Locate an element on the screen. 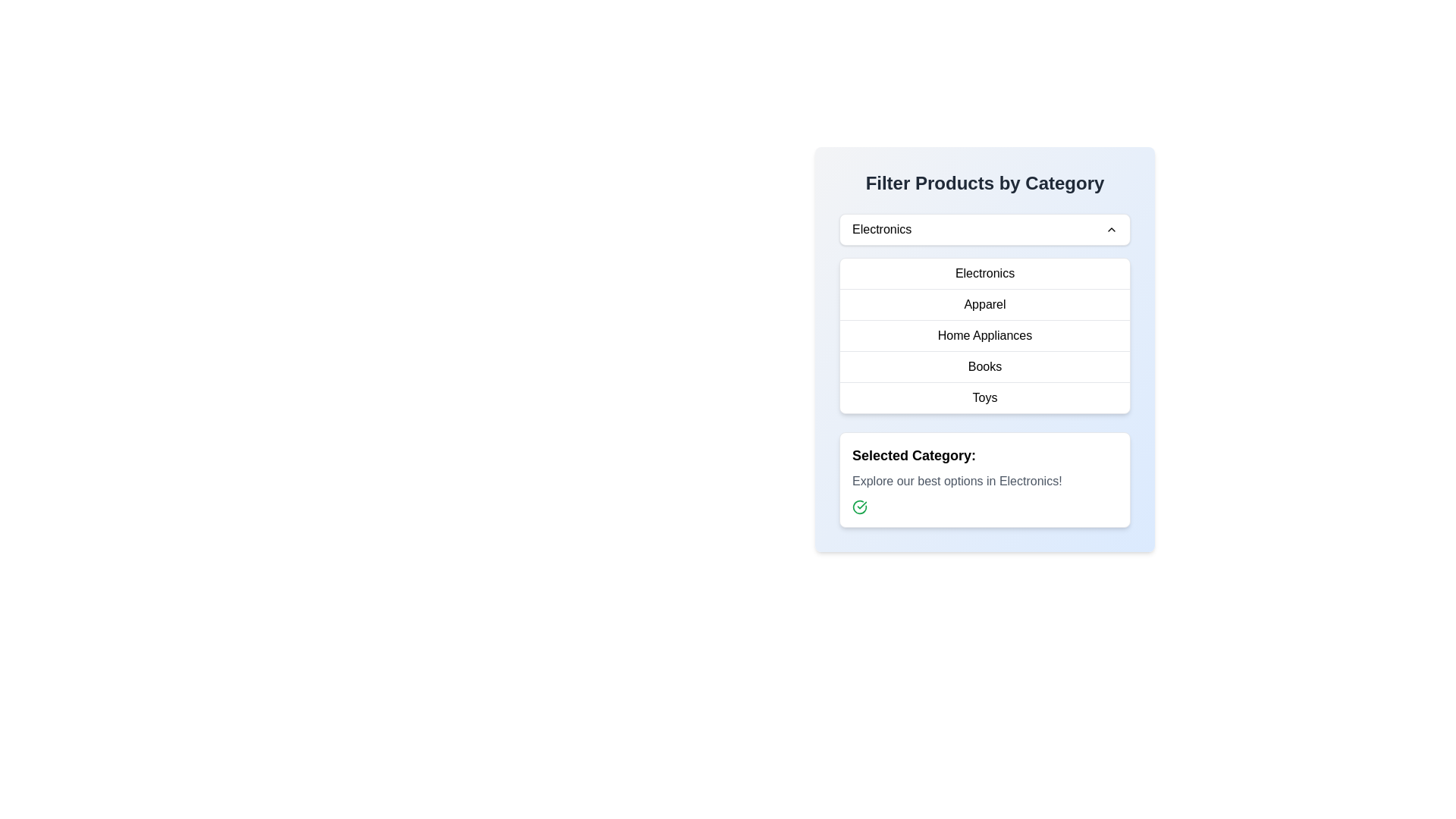 The height and width of the screenshot is (819, 1456). the 'Electronics' item in the dropdown menu, which is the first item styled with padding and a hover effect is located at coordinates (985, 274).